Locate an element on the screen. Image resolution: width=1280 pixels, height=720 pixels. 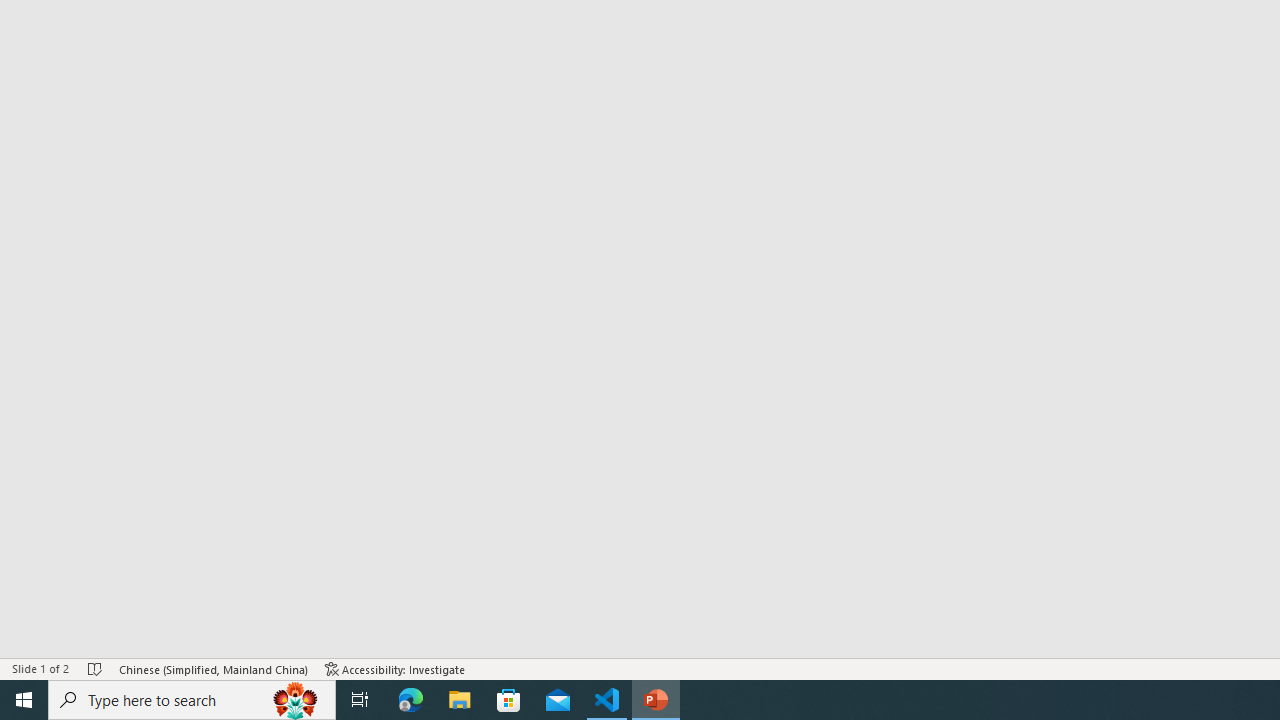
'Spell Check No Errors' is located at coordinates (95, 669).